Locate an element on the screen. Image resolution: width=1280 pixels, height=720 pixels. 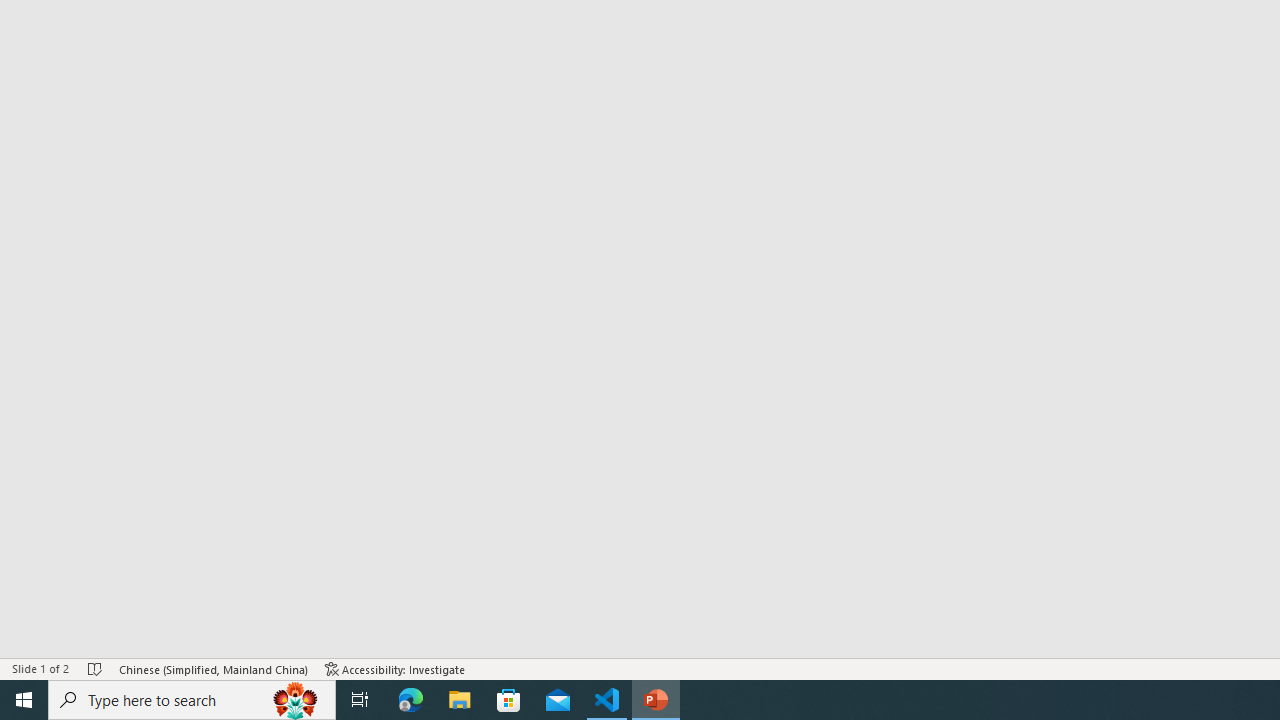
'Spell Check No Errors' is located at coordinates (95, 669).